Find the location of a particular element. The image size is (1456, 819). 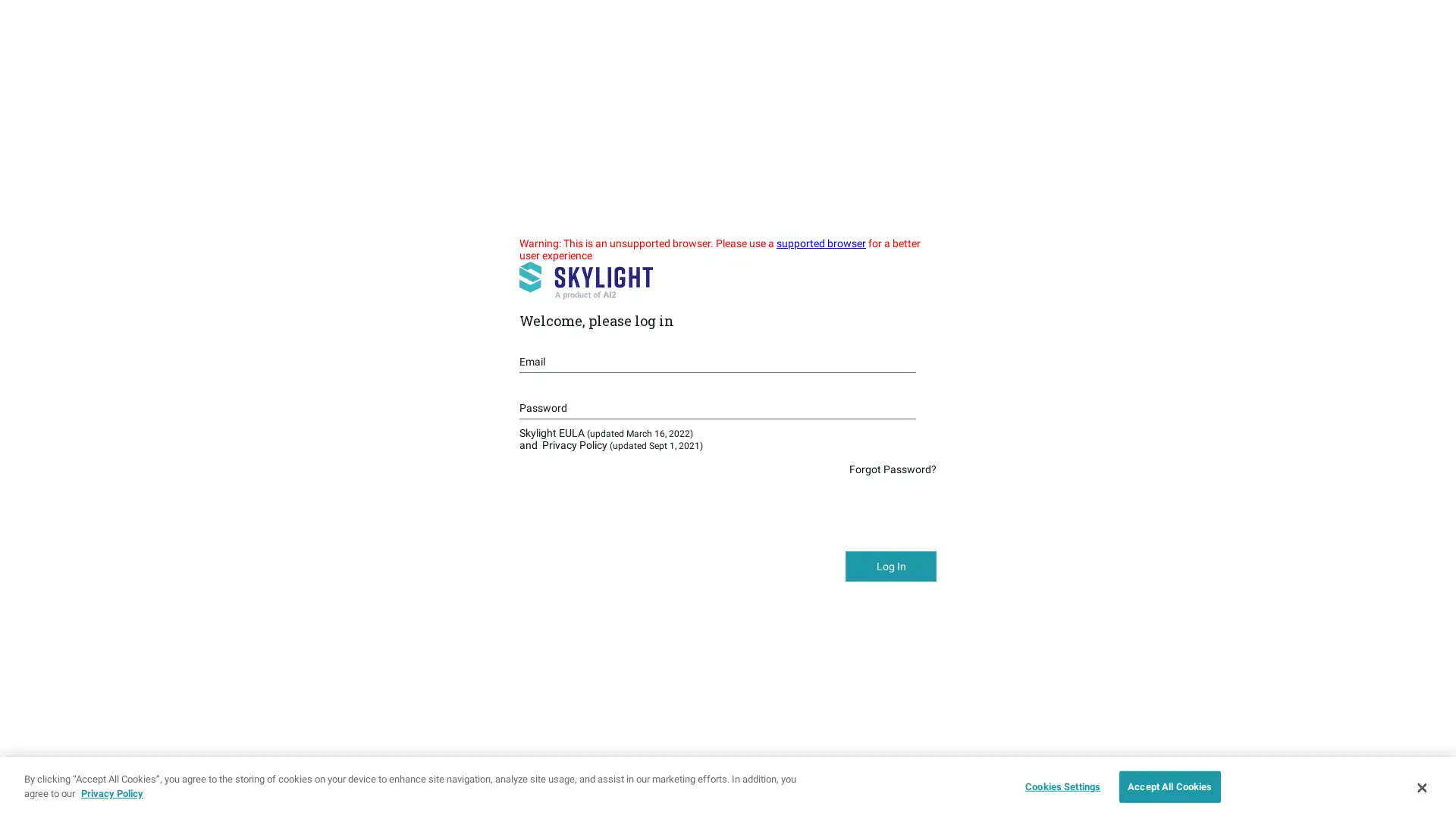

Accept All Cookies is located at coordinates (1169, 786).